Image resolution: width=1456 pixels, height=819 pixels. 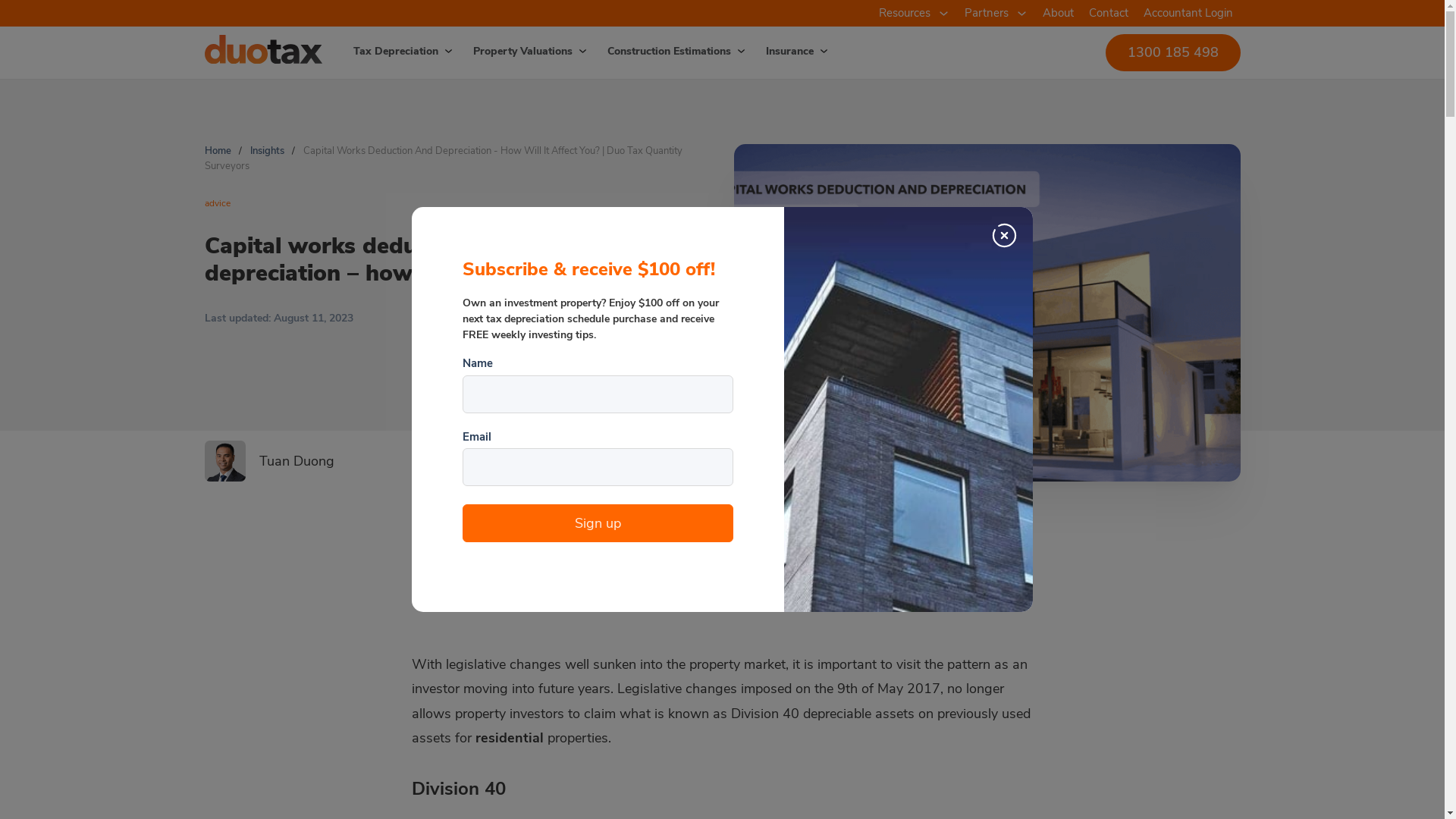 What do you see at coordinates (1109, 13) in the screenshot?
I see `'Contact'` at bounding box center [1109, 13].